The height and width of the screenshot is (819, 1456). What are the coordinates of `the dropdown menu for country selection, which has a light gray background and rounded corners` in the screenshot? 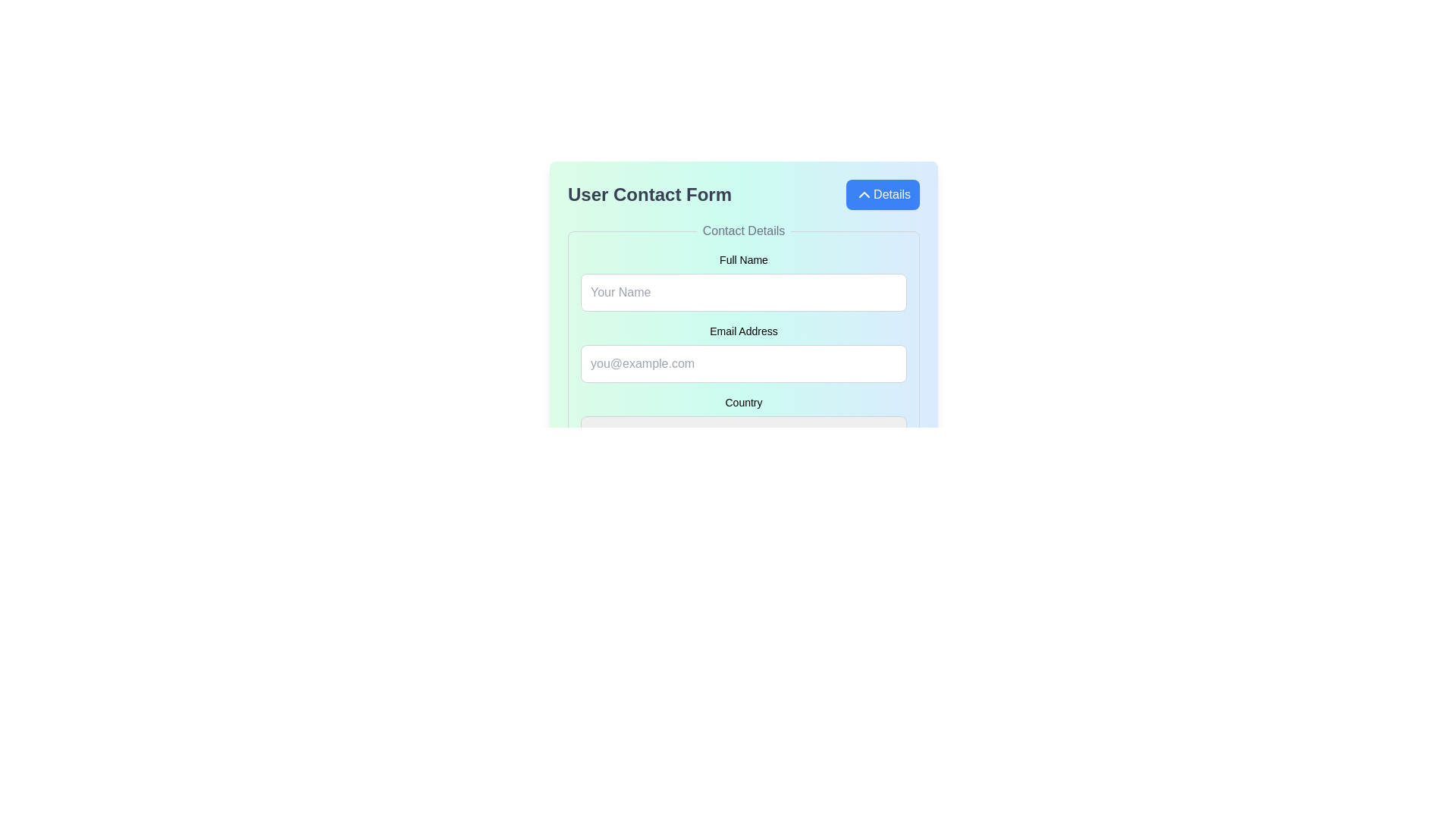 It's located at (743, 432).